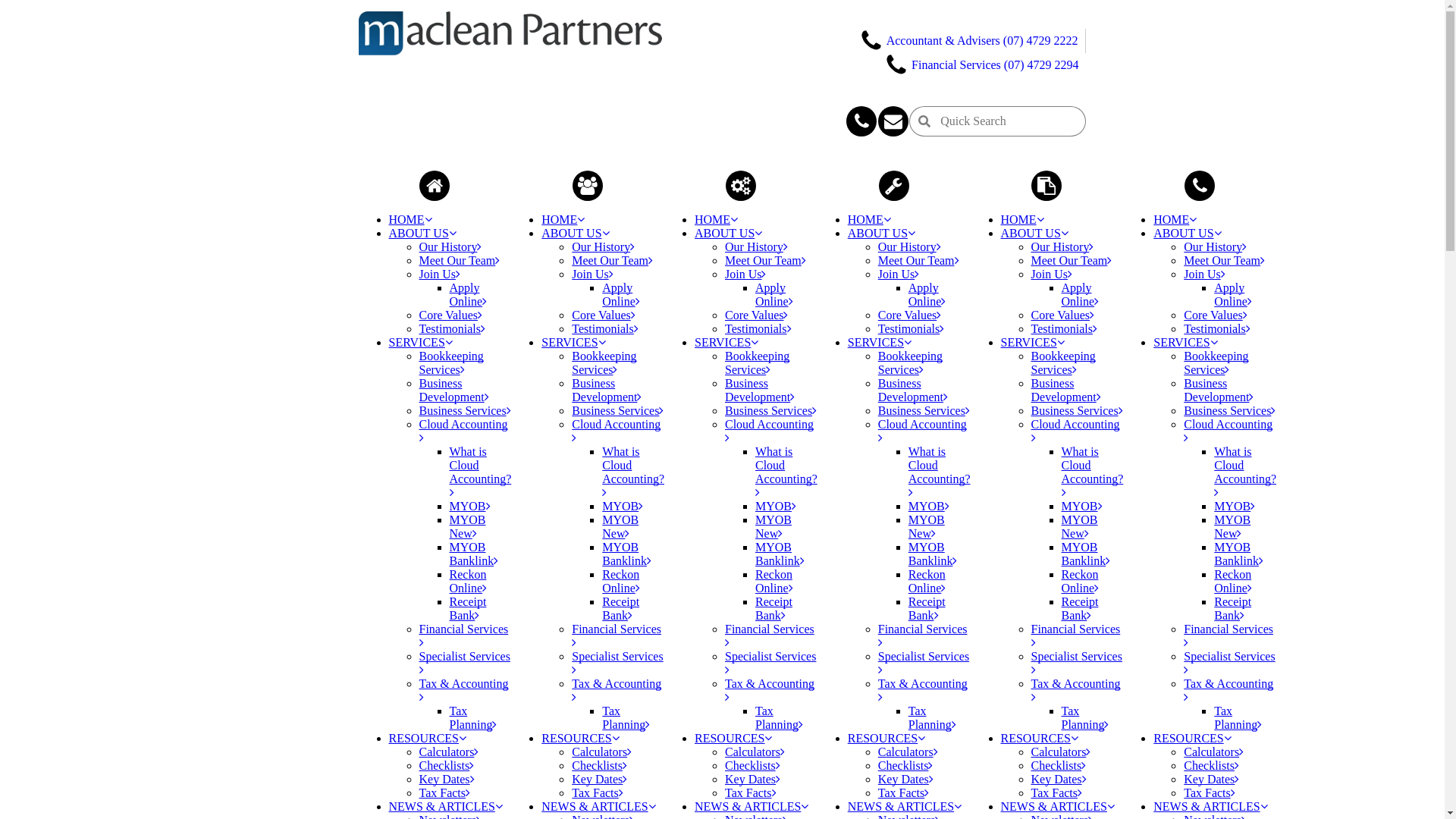  Describe the element at coordinates (1174, 219) in the screenshot. I see `'HOME'` at that location.